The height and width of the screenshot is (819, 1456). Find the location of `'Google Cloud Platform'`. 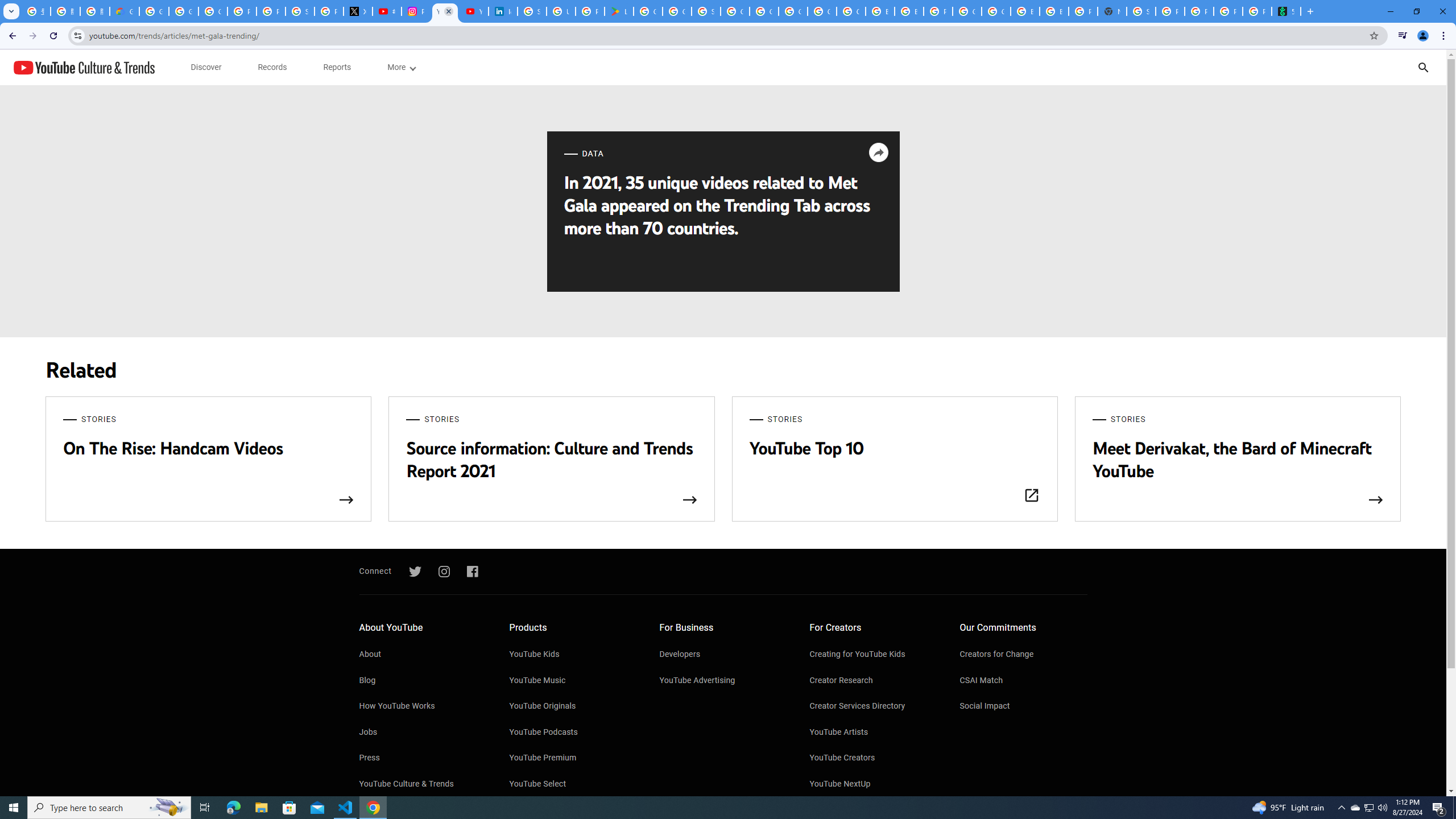

'Google Cloud Platform' is located at coordinates (967, 11).